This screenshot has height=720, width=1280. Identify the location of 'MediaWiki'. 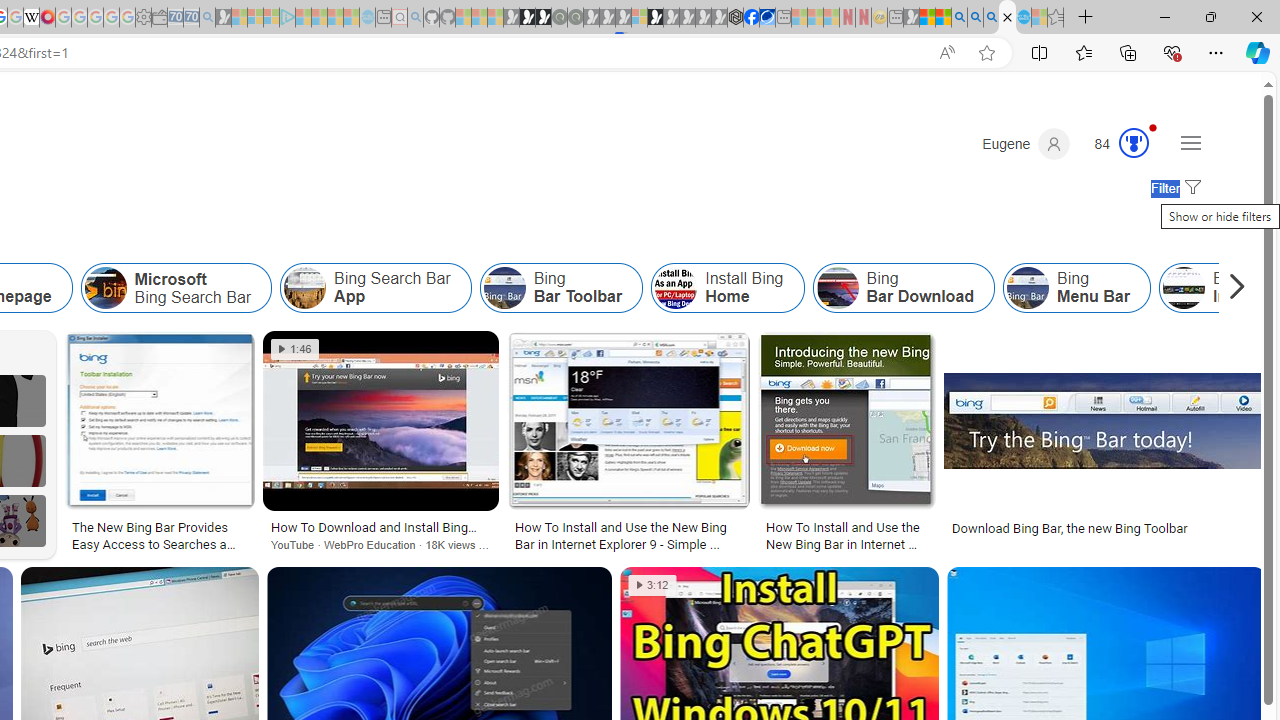
(47, 17).